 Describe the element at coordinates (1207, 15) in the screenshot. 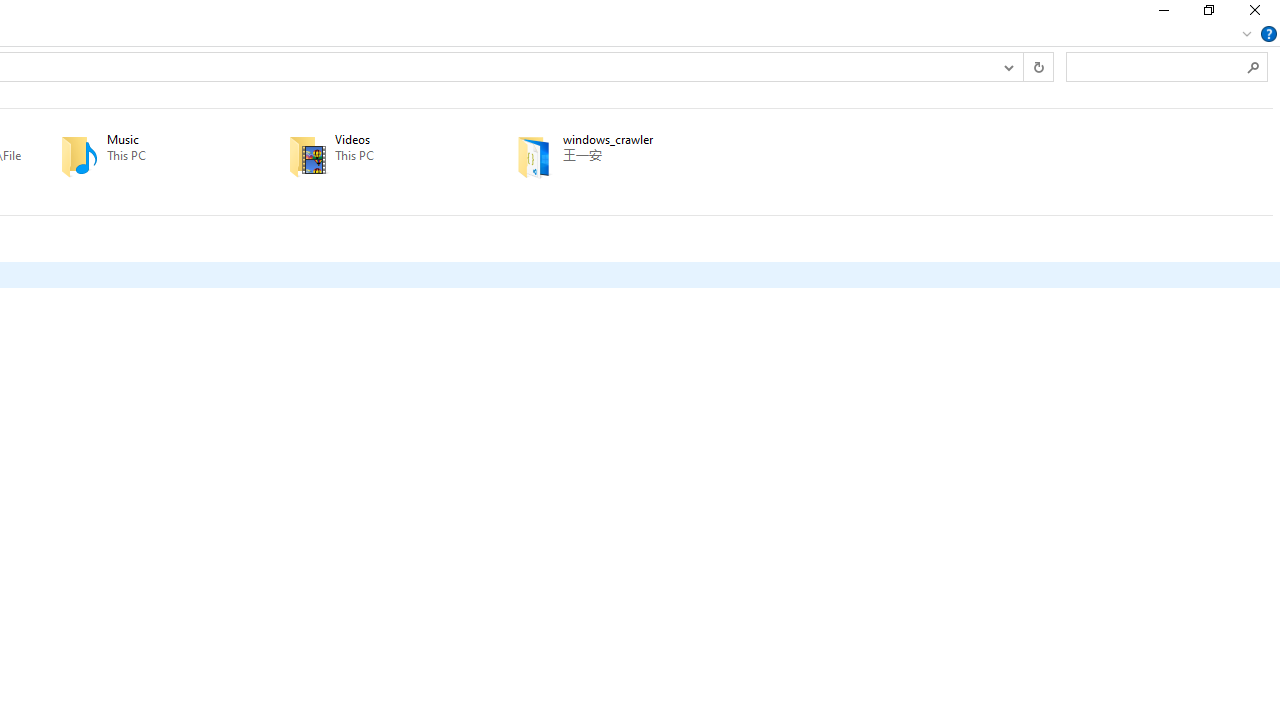

I see `'Restore'` at that location.